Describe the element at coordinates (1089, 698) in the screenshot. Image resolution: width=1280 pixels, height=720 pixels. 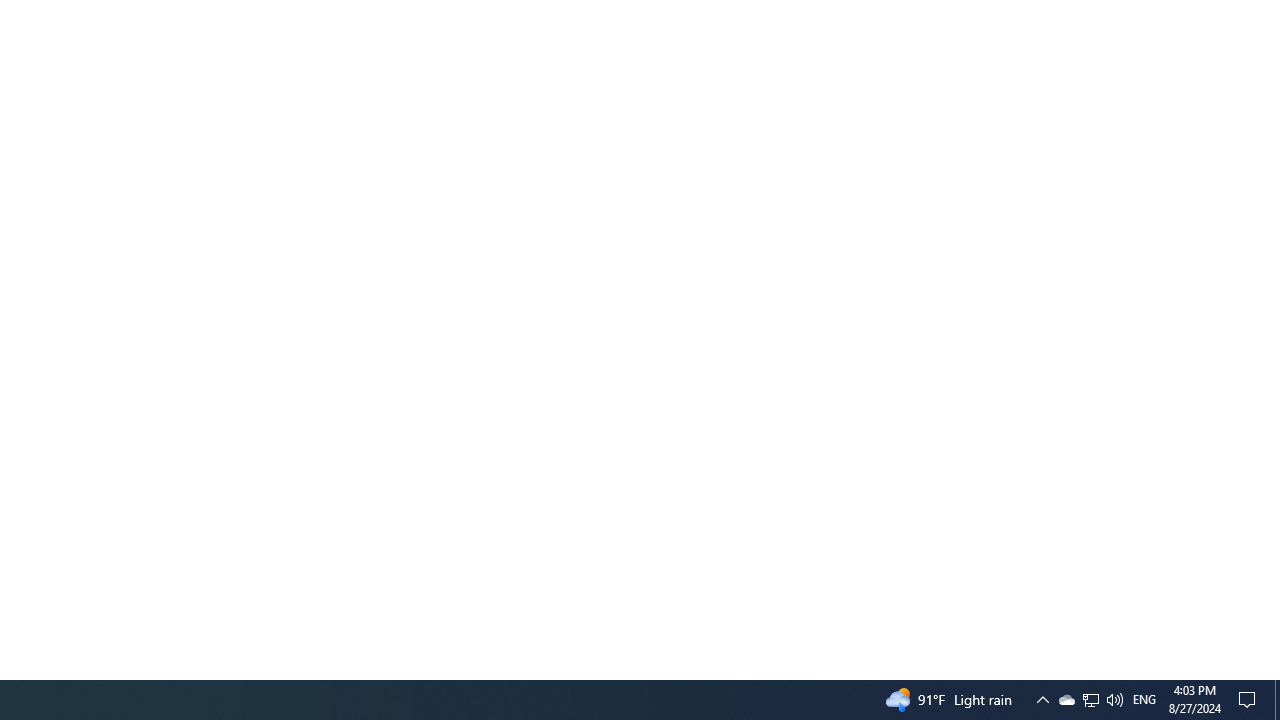
I see `'User Promoted Notification Area'` at that location.